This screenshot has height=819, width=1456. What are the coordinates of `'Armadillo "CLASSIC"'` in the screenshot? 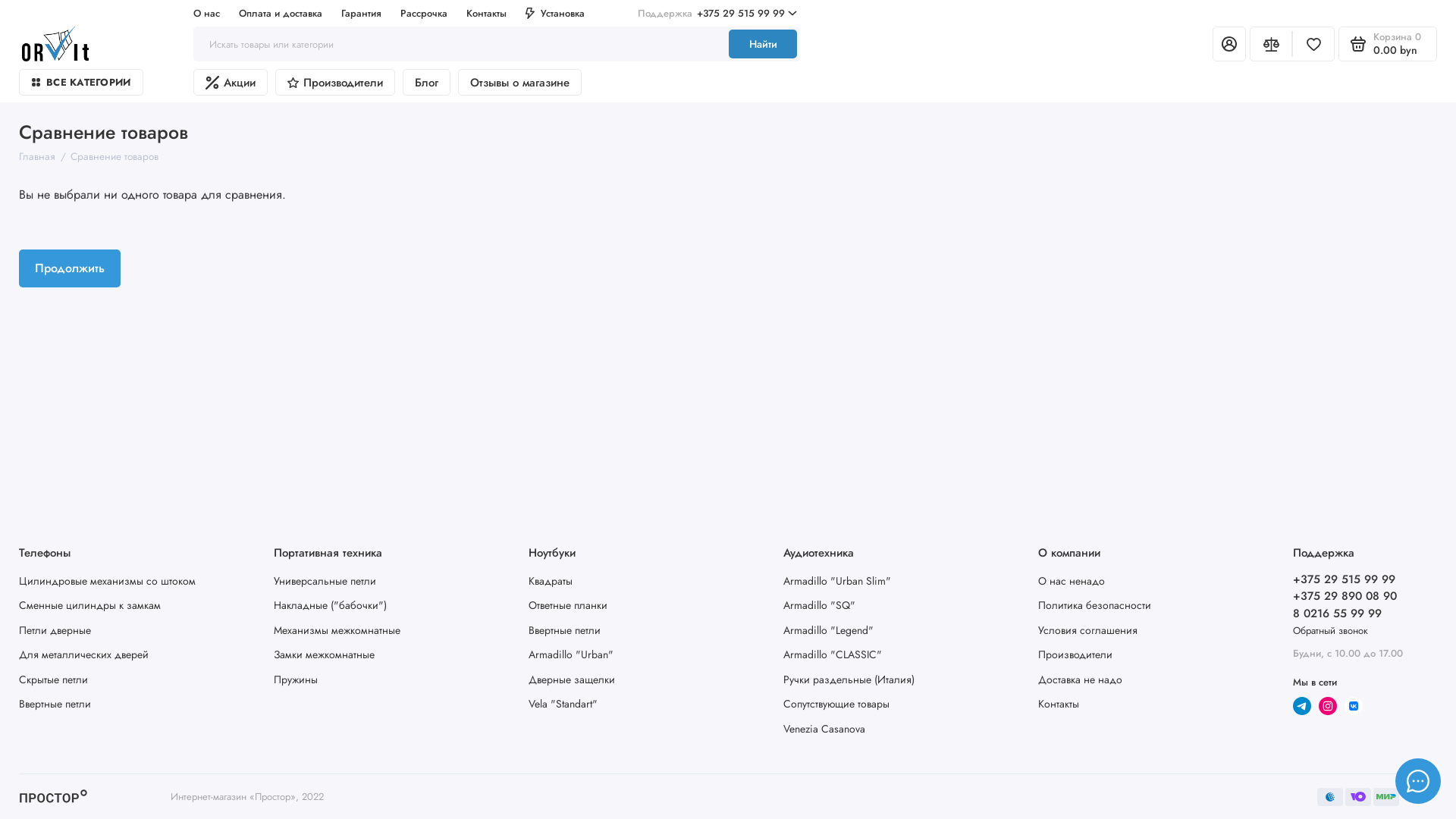 It's located at (832, 654).